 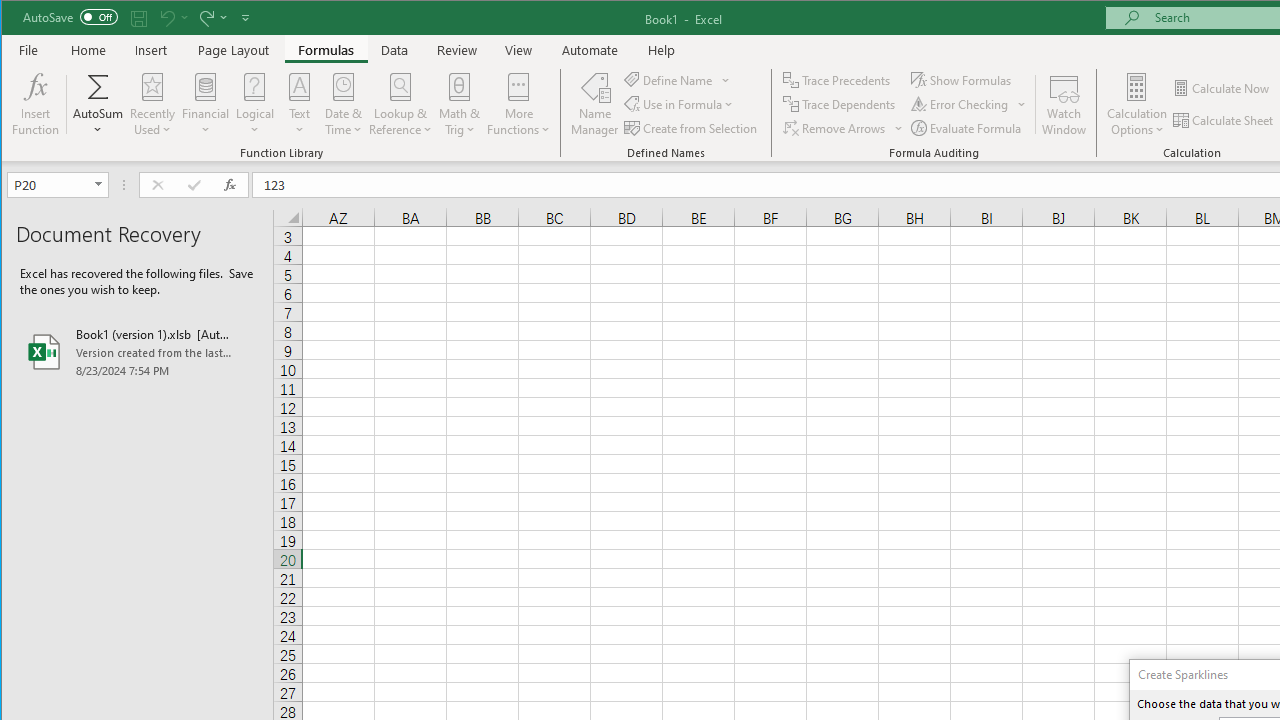 What do you see at coordinates (1137, 104) in the screenshot?
I see `'Calculation Options'` at bounding box center [1137, 104].